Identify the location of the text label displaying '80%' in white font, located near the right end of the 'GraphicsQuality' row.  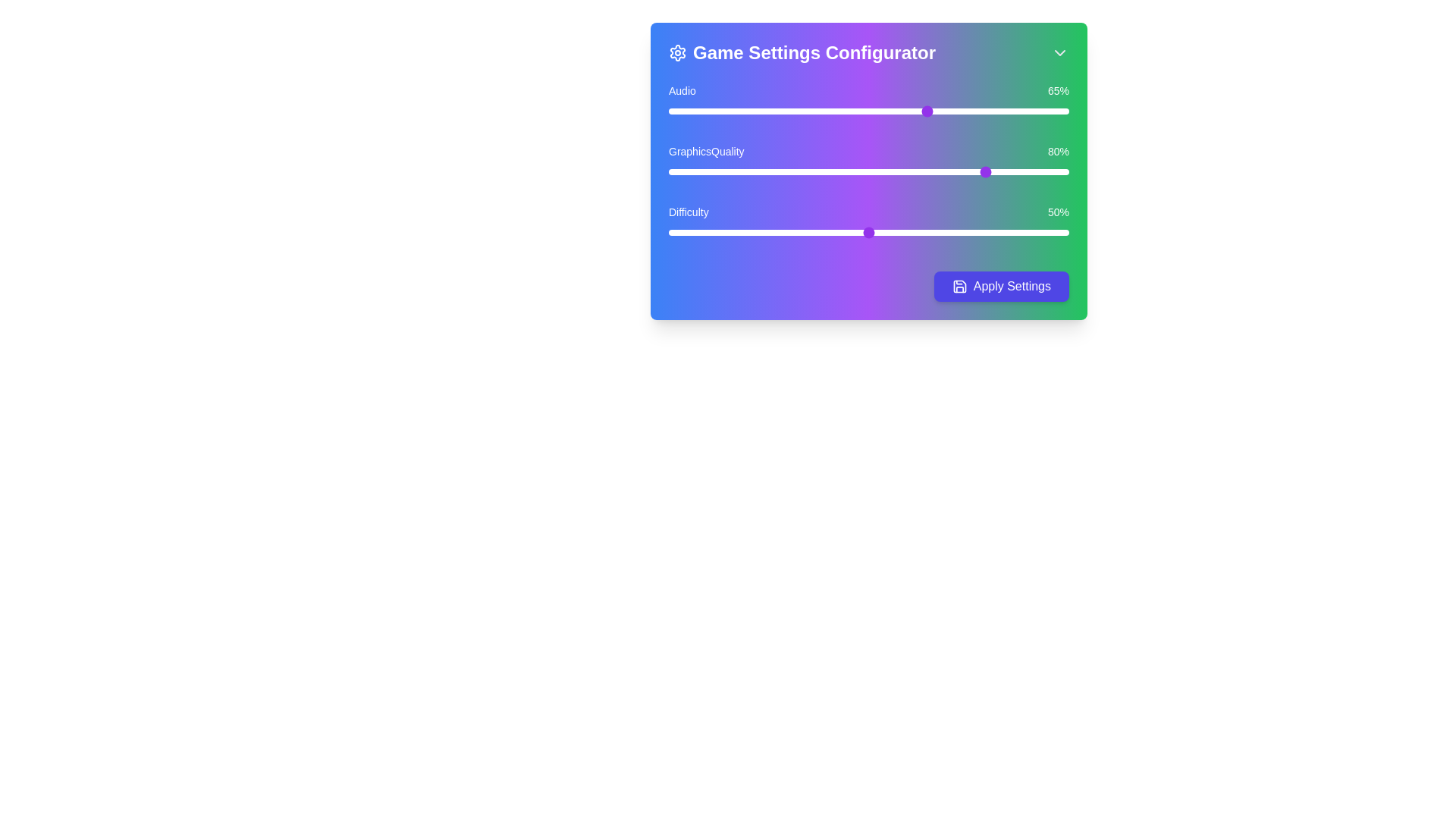
(1058, 152).